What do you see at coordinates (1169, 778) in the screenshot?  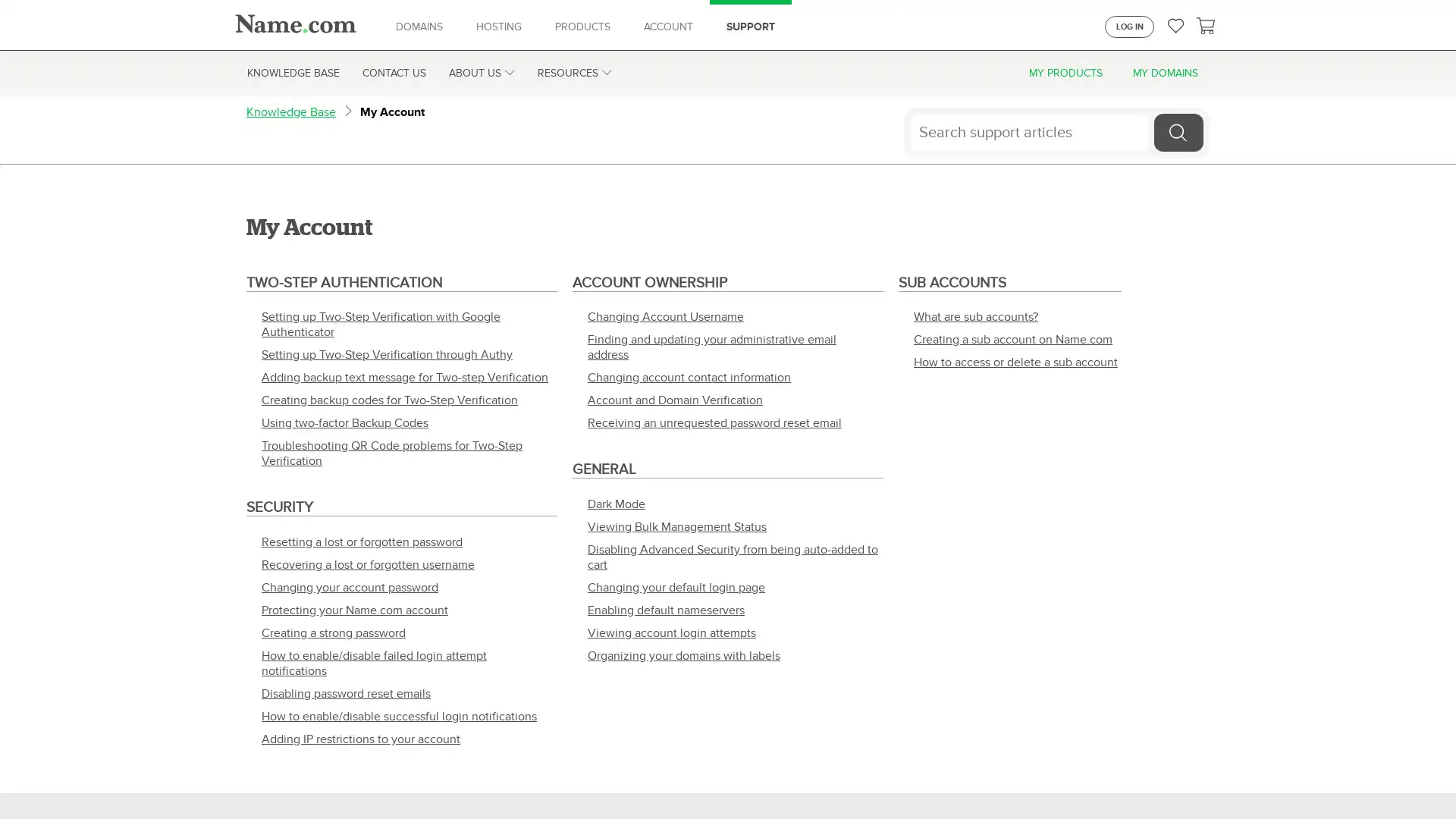 I see `Accept All Cookies` at bounding box center [1169, 778].